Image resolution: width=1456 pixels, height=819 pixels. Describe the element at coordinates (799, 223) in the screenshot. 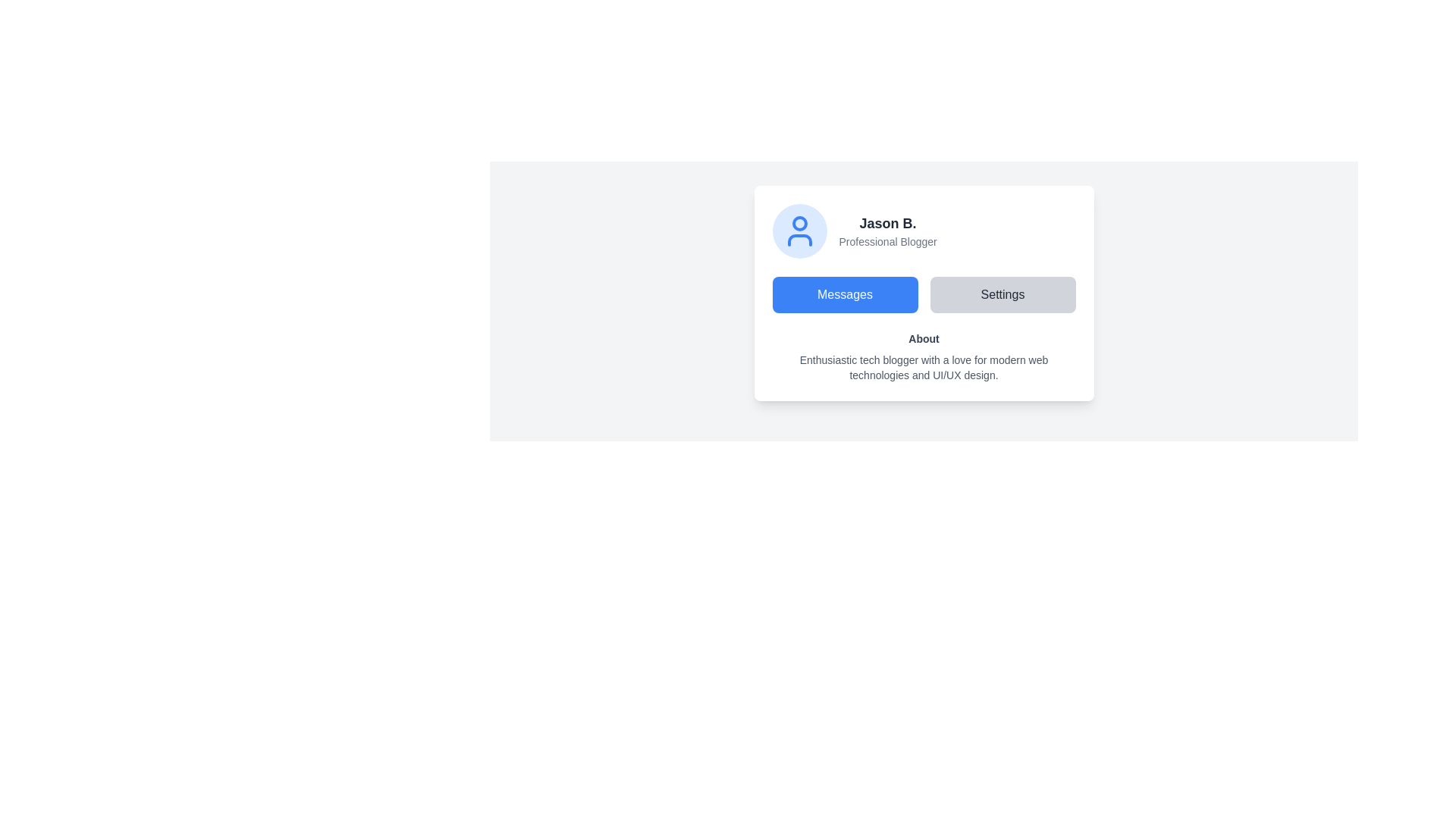

I see `the circular head element of the user profile icon, which is part of the graphical representation at the top-left portion of the card` at that location.